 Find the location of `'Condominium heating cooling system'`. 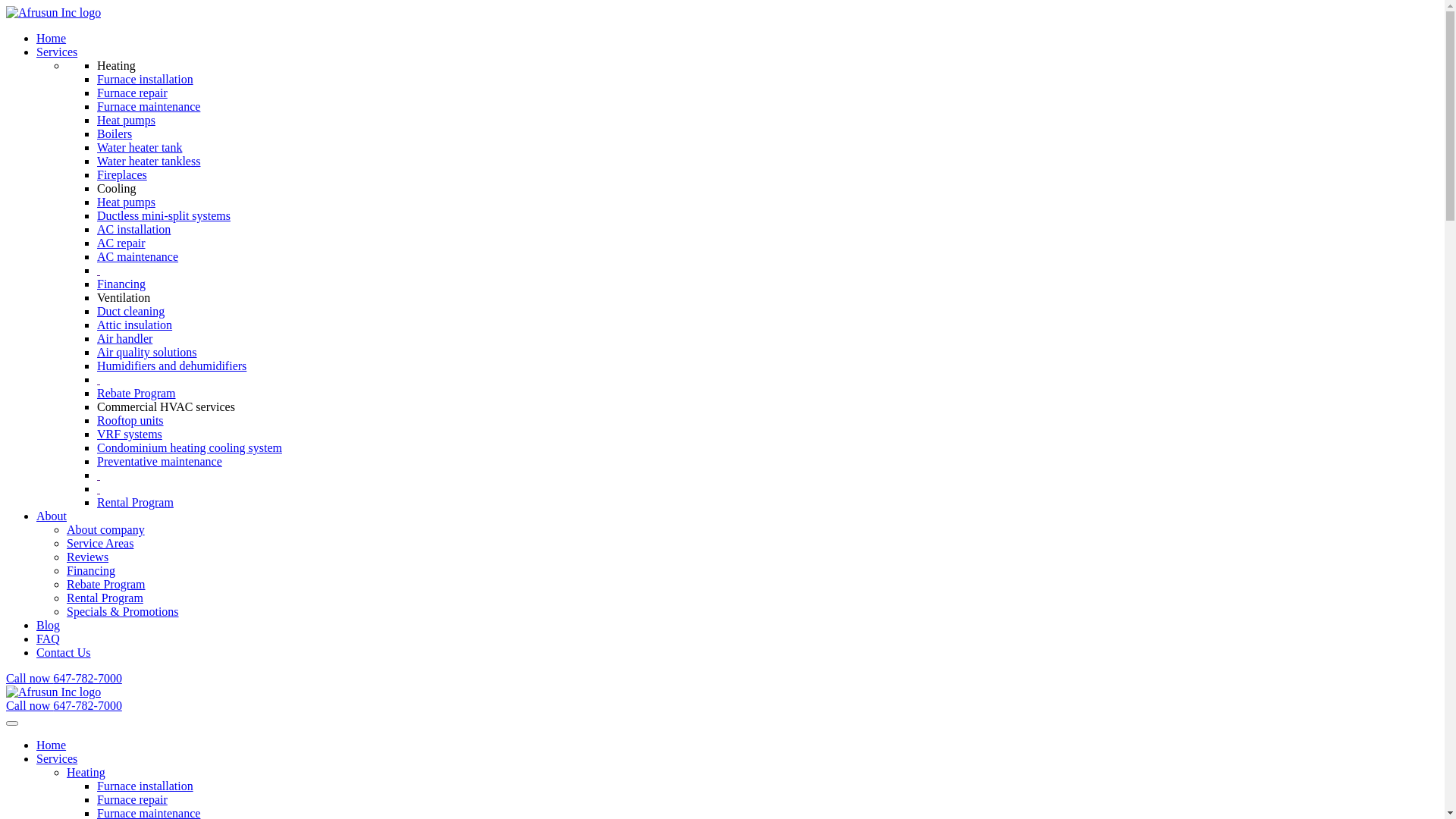

'Condominium heating cooling system' is located at coordinates (188, 447).